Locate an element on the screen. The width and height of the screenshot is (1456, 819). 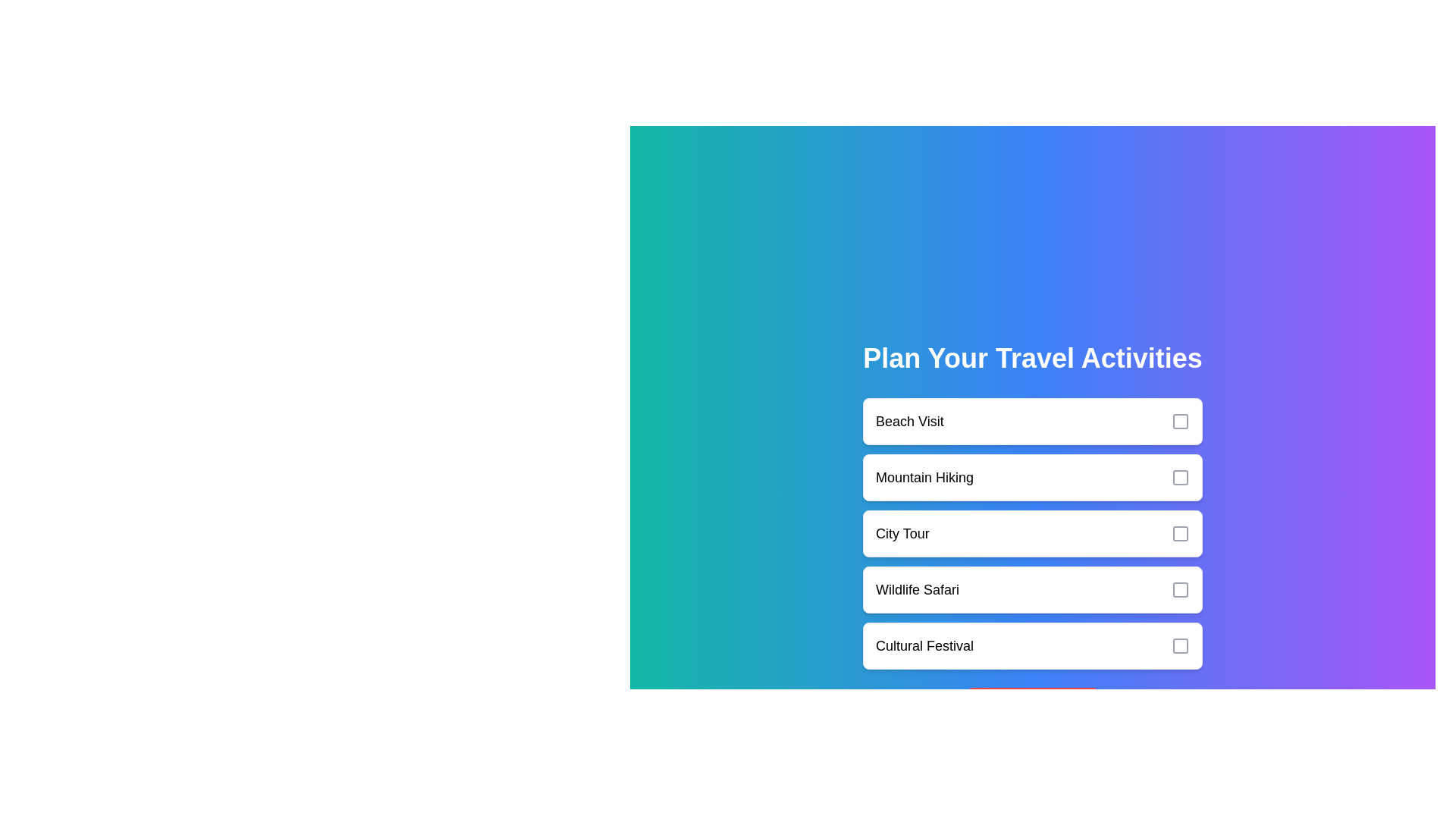
the checkbox corresponding to Wildlife Safari to toggle its selection is located at coordinates (1179, 589).